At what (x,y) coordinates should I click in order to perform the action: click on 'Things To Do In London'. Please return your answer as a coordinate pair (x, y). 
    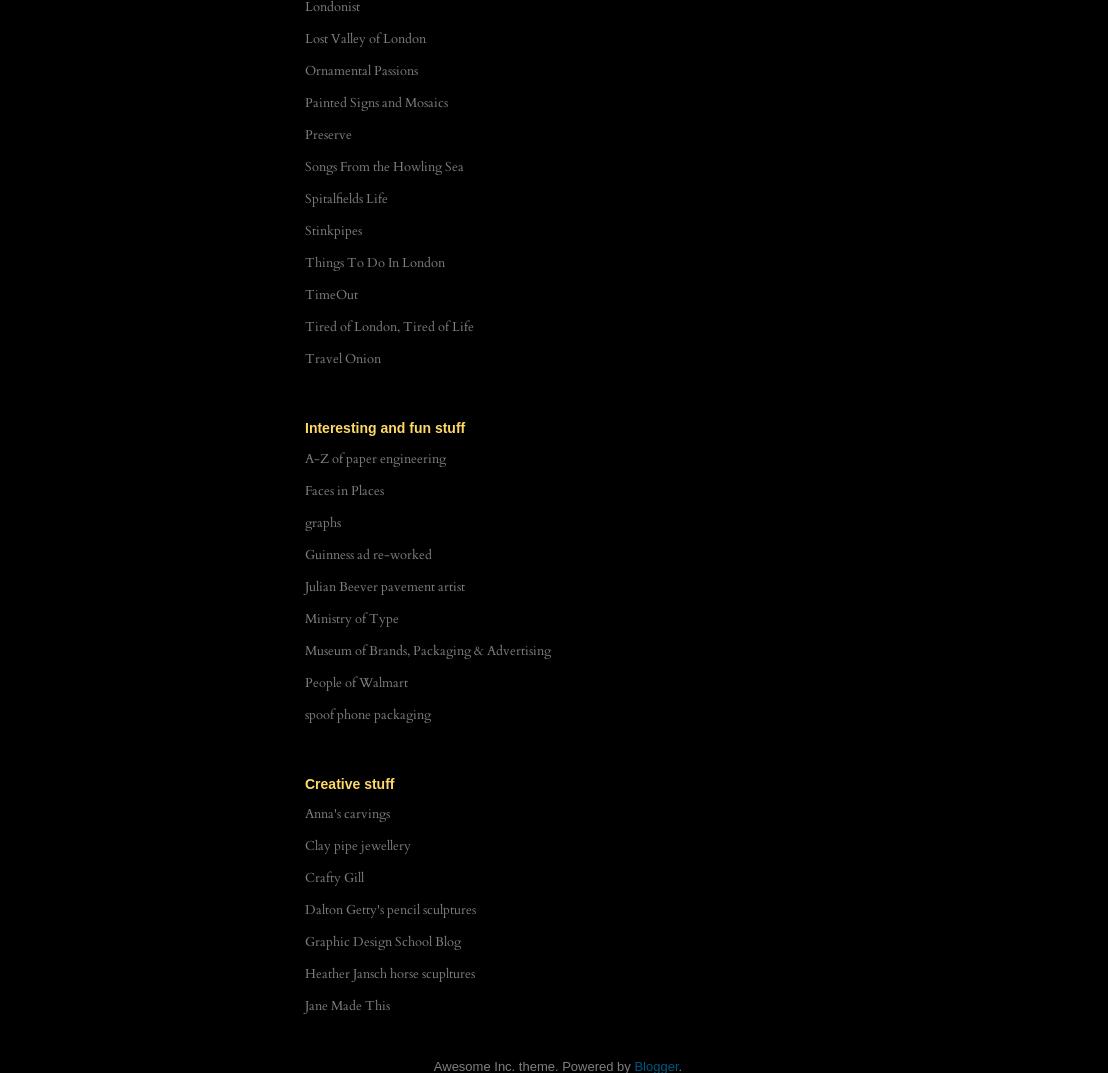
    Looking at the image, I should click on (305, 261).